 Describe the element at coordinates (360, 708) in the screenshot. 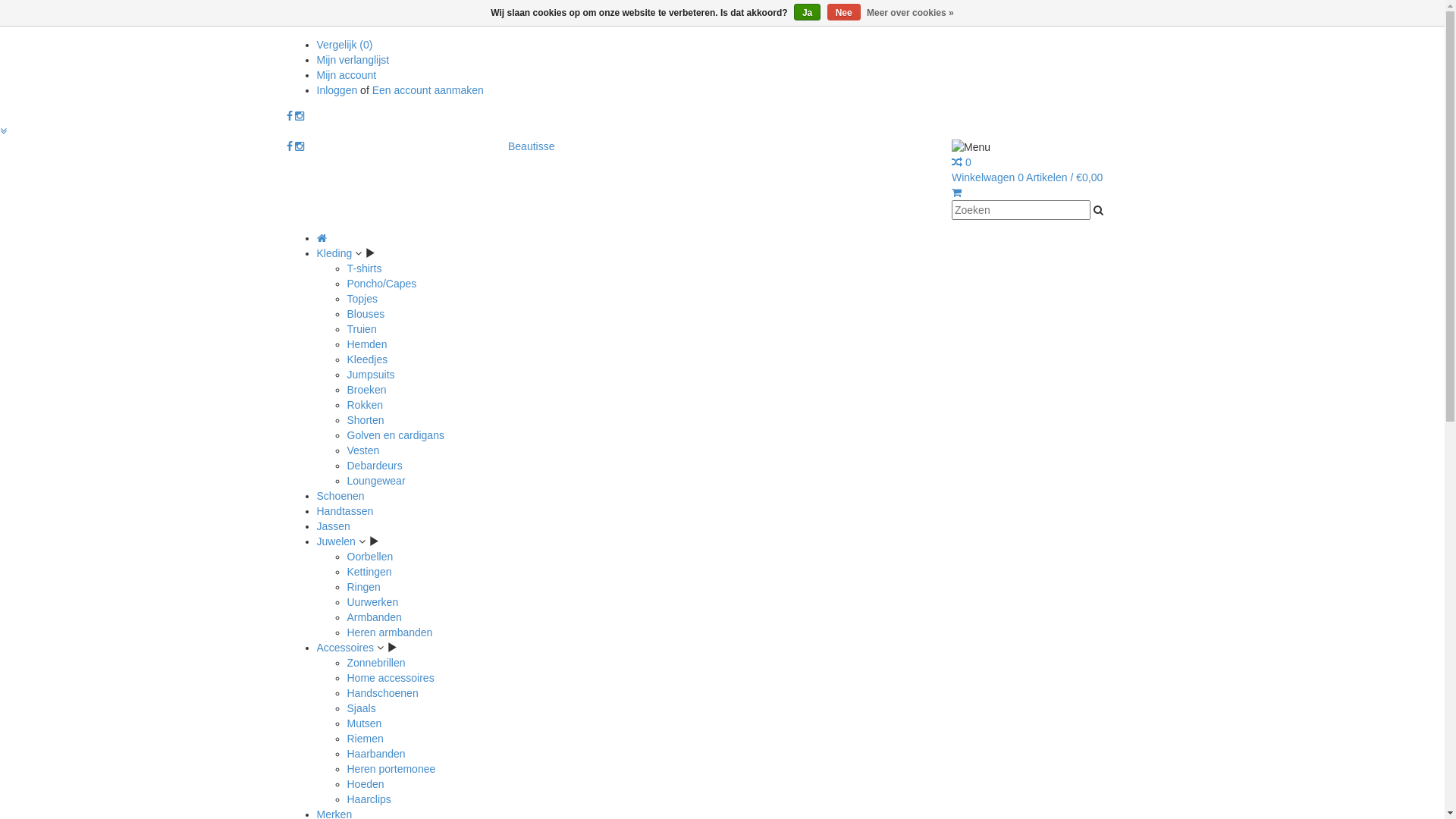

I see `'Sjaals'` at that location.